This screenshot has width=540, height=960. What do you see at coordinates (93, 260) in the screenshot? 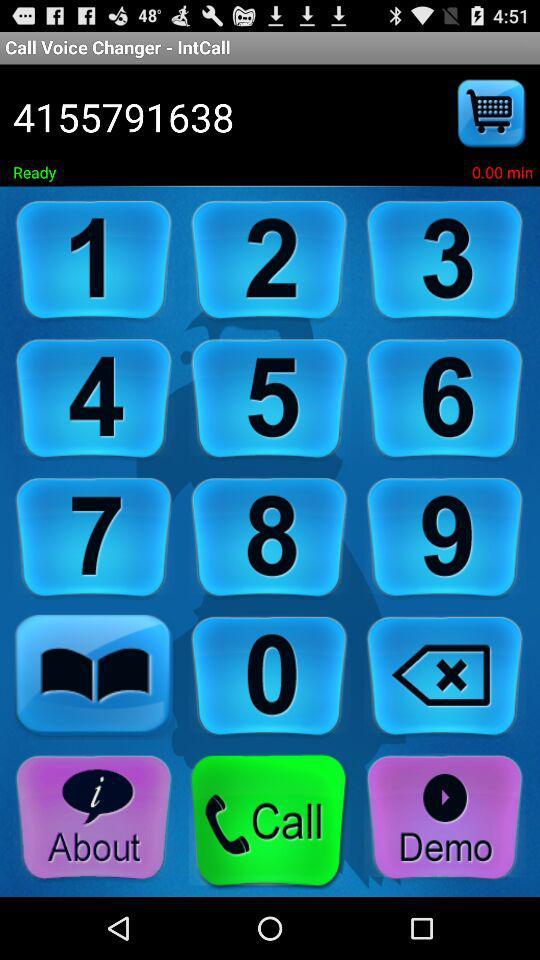
I see `the number one` at bounding box center [93, 260].